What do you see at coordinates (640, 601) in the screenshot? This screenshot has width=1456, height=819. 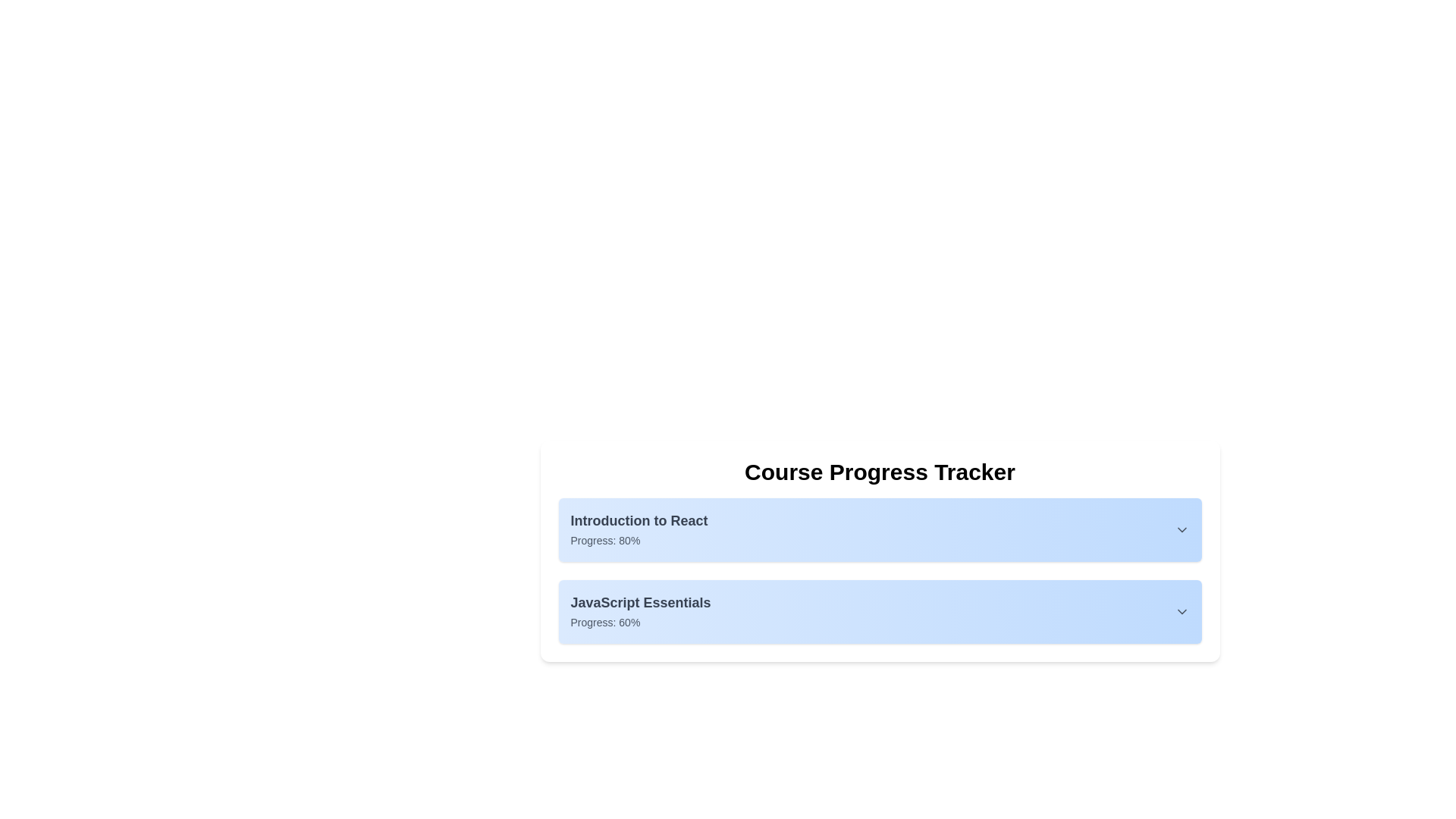 I see `the text label displaying 'JavaScript Essentials', which is the second item in the vertical course progress tracker with a light blue background` at bounding box center [640, 601].